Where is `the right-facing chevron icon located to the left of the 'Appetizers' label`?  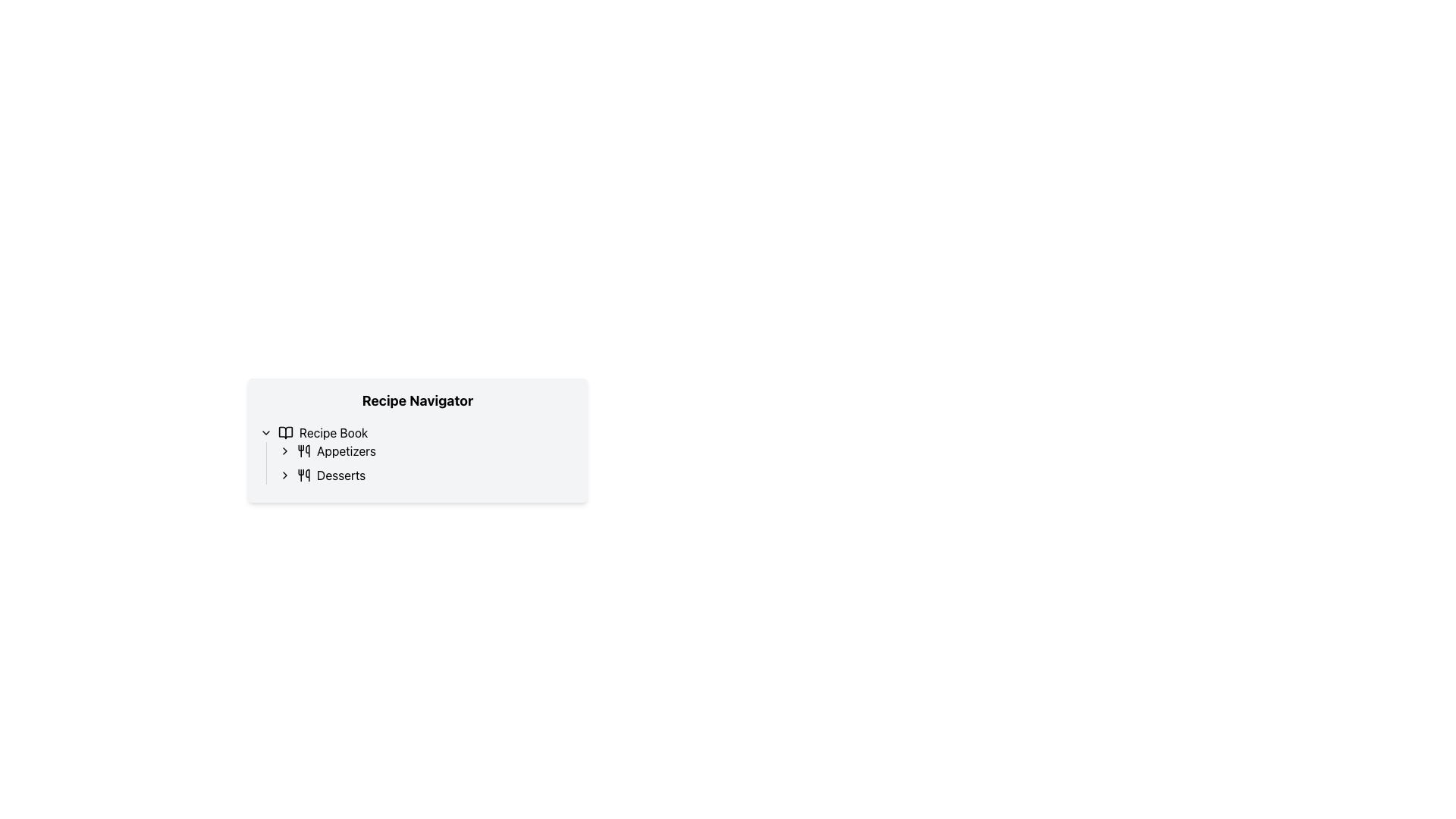 the right-facing chevron icon located to the left of the 'Appetizers' label is located at coordinates (284, 450).